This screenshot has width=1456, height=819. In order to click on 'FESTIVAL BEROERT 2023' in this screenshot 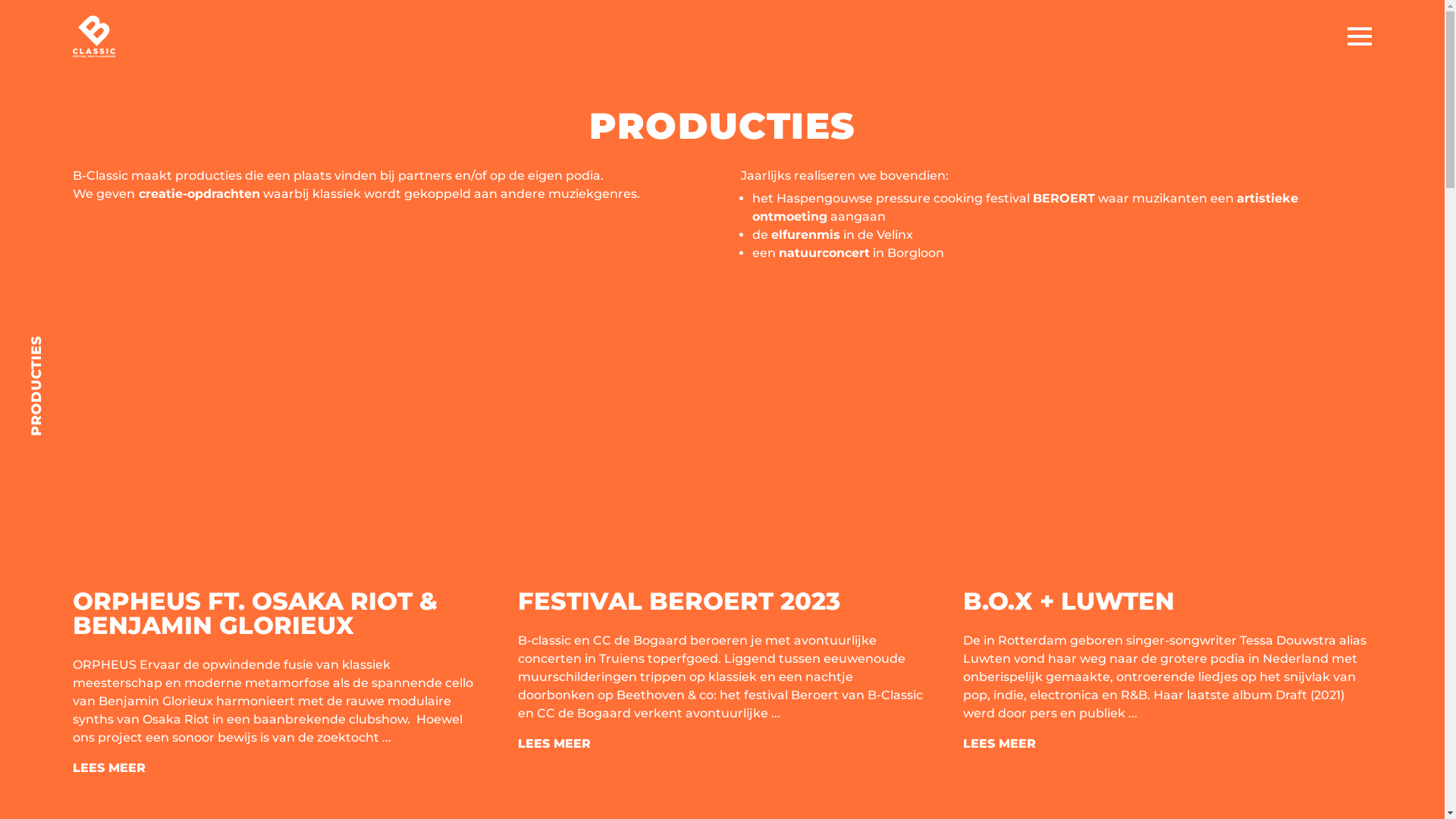, I will do `click(678, 600)`.